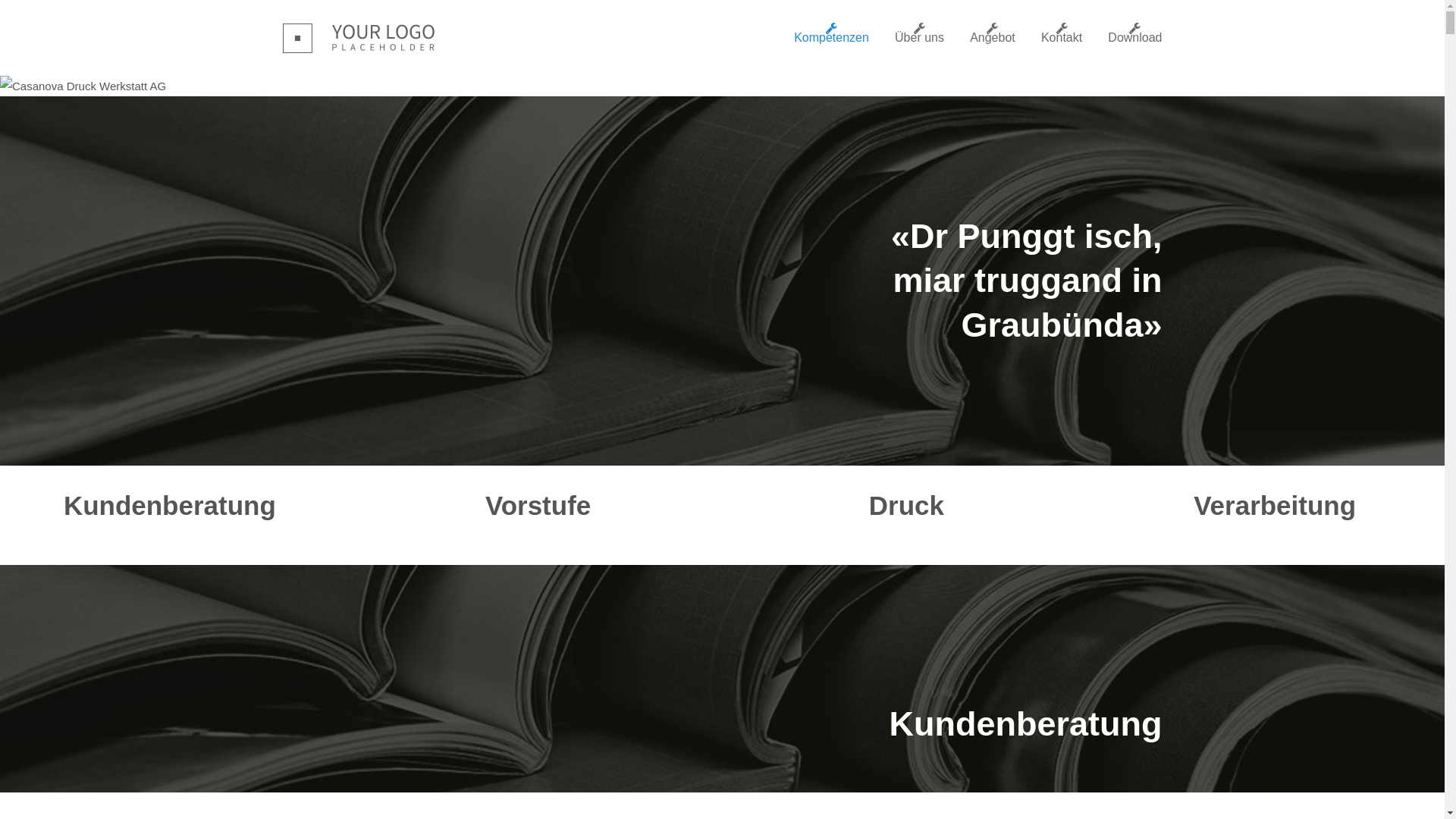  What do you see at coordinates (906, 505) in the screenshot?
I see `'Druck'` at bounding box center [906, 505].